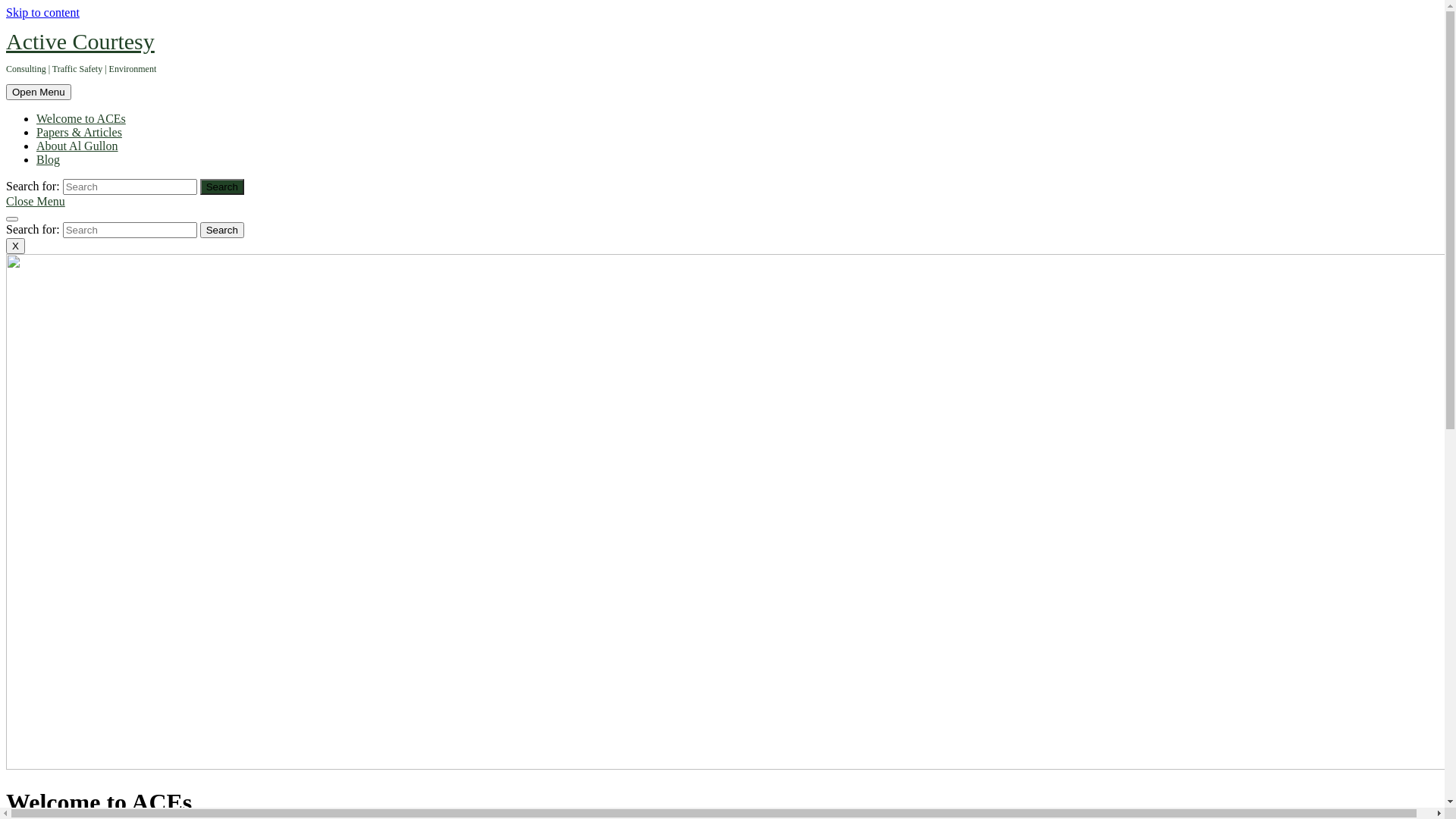 This screenshot has width=1456, height=819. What do you see at coordinates (221, 230) in the screenshot?
I see `'Search'` at bounding box center [221, 230].